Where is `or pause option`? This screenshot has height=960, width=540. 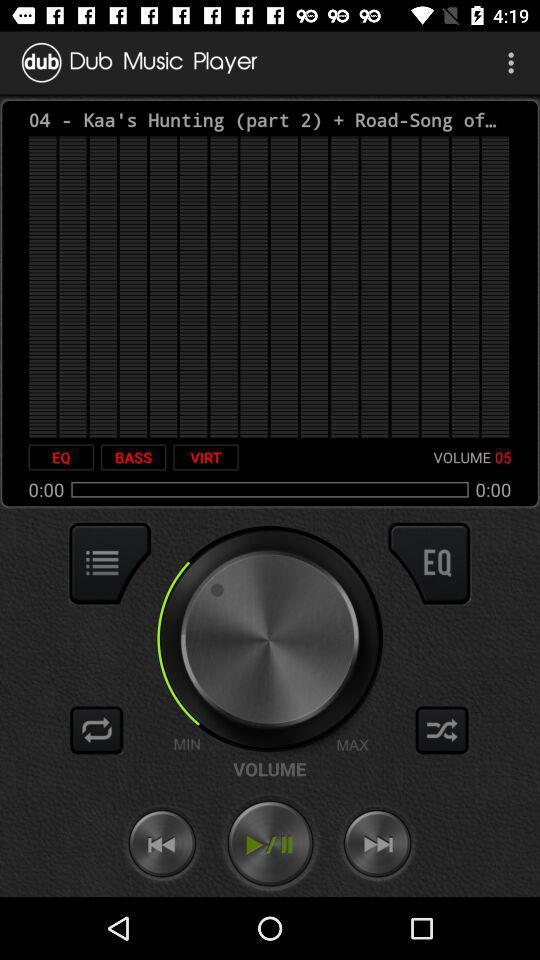
or pause option is located at coordinates (270, 843).